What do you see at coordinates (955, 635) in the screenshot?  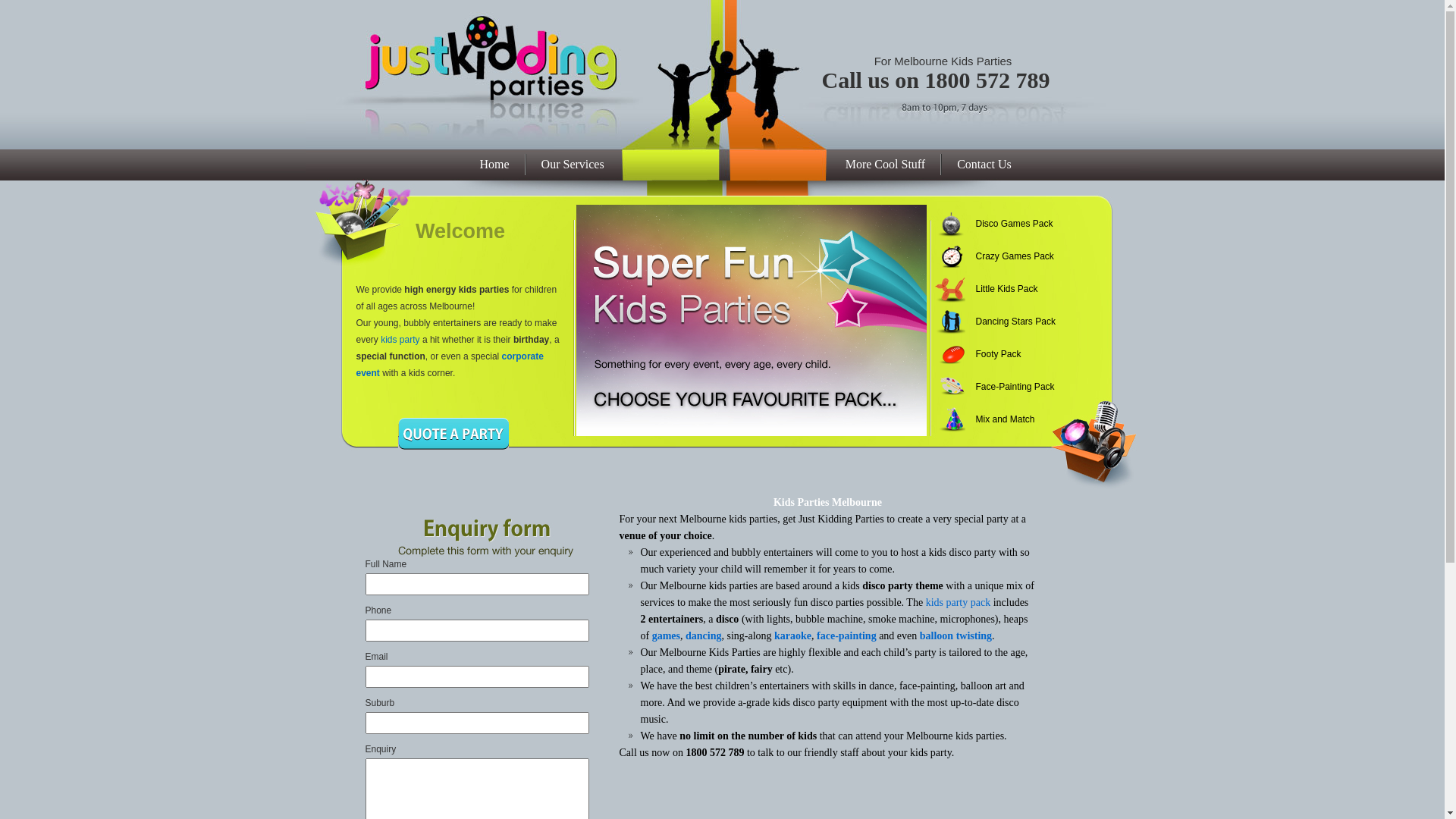 I see `'balloon twisting'` at bounding box center [955, 635].